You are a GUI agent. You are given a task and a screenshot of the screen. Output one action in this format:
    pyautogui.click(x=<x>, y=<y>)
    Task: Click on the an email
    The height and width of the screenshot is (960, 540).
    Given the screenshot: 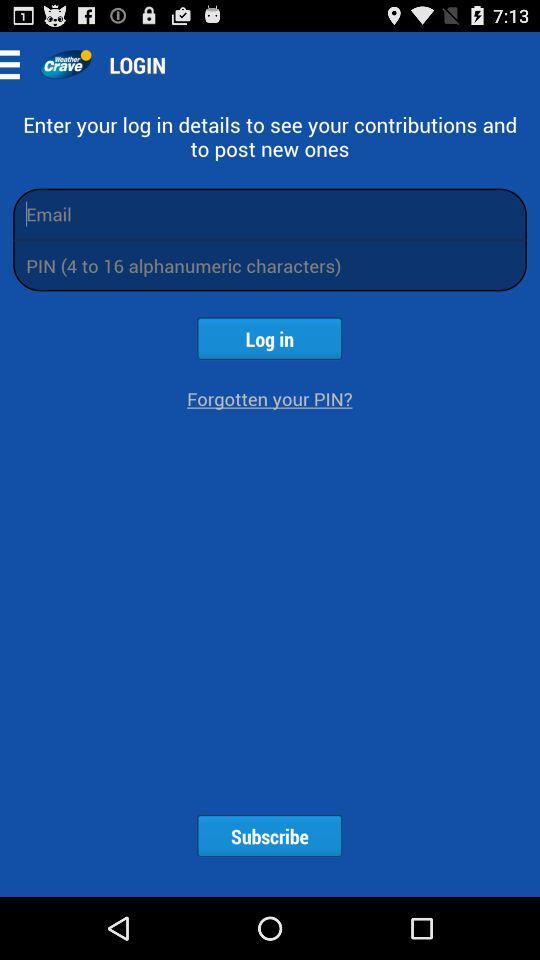 What is the action you would take?
    pyautogui.click(x=270, y=213)
    